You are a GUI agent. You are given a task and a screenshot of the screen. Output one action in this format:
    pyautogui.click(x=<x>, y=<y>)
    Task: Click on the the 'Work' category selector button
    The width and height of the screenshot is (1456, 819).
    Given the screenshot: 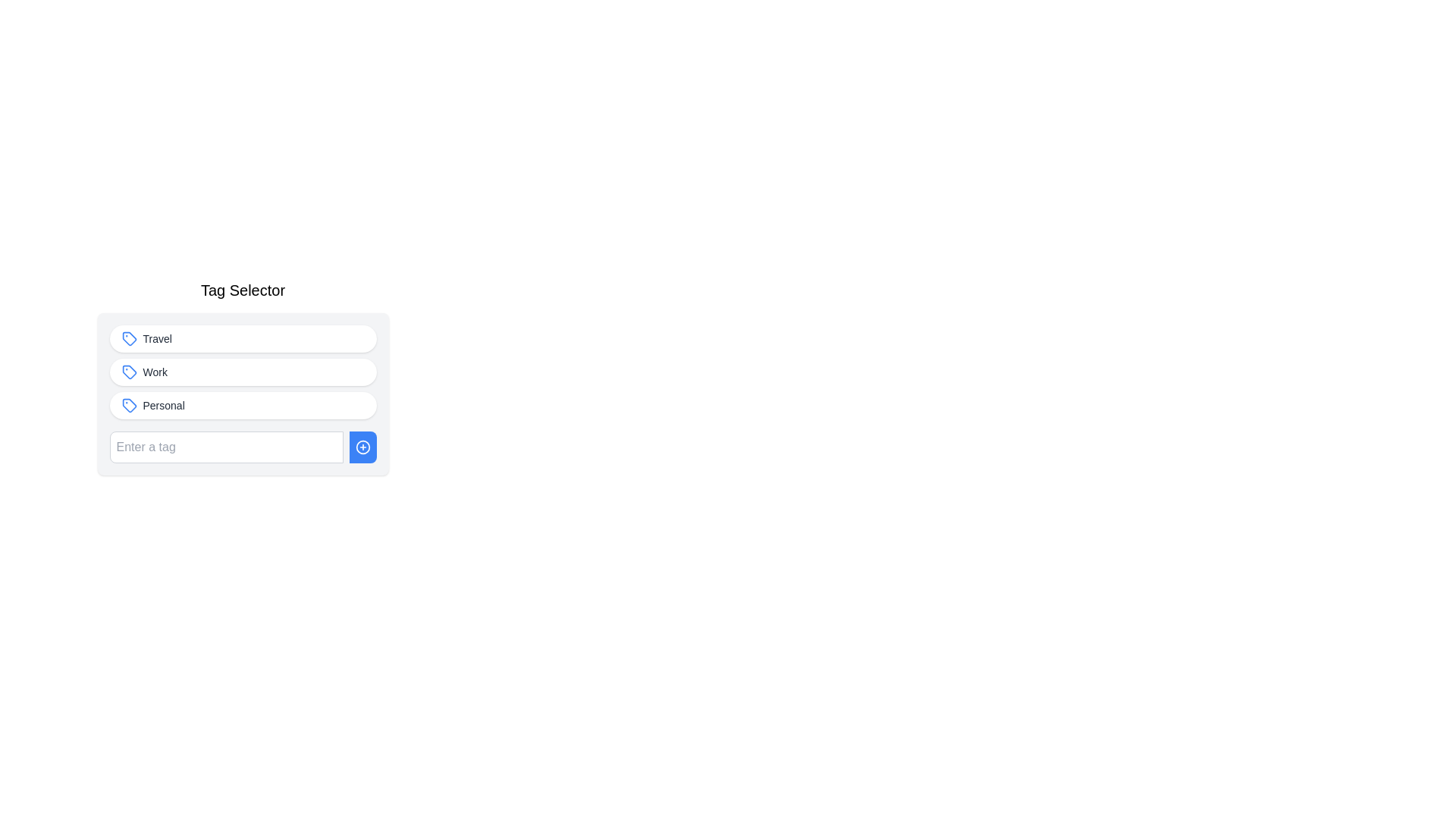 What is the action you would take?
    pyautogui.click(x=243, y=372)
    